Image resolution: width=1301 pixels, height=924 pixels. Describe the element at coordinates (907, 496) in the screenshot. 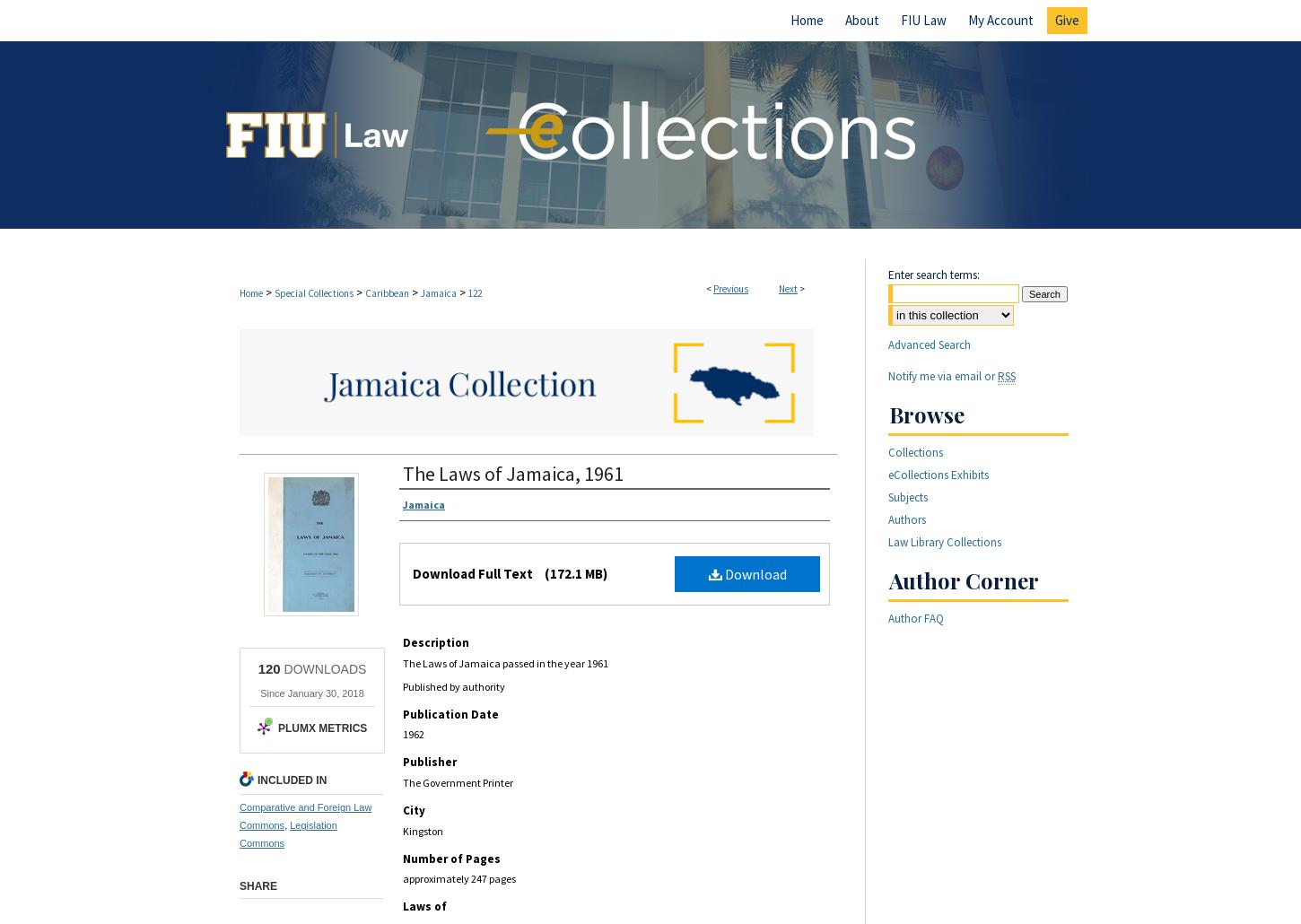

I see `'Subjects'` at that location.